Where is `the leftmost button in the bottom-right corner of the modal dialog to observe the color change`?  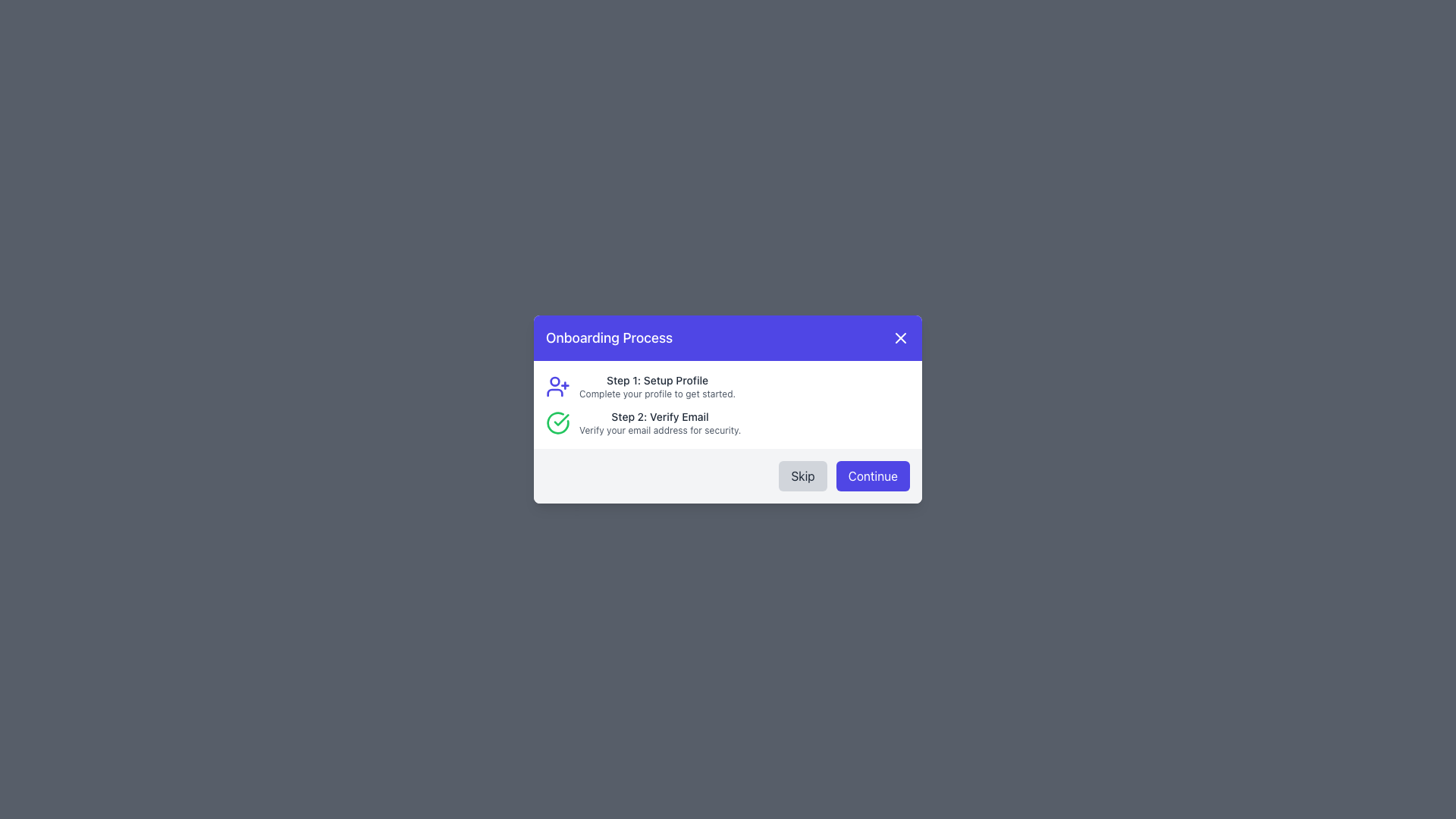
the leftmost button in the bottom-right corner of the modal dialog to observe the color change is located at coordinates (802, 475).